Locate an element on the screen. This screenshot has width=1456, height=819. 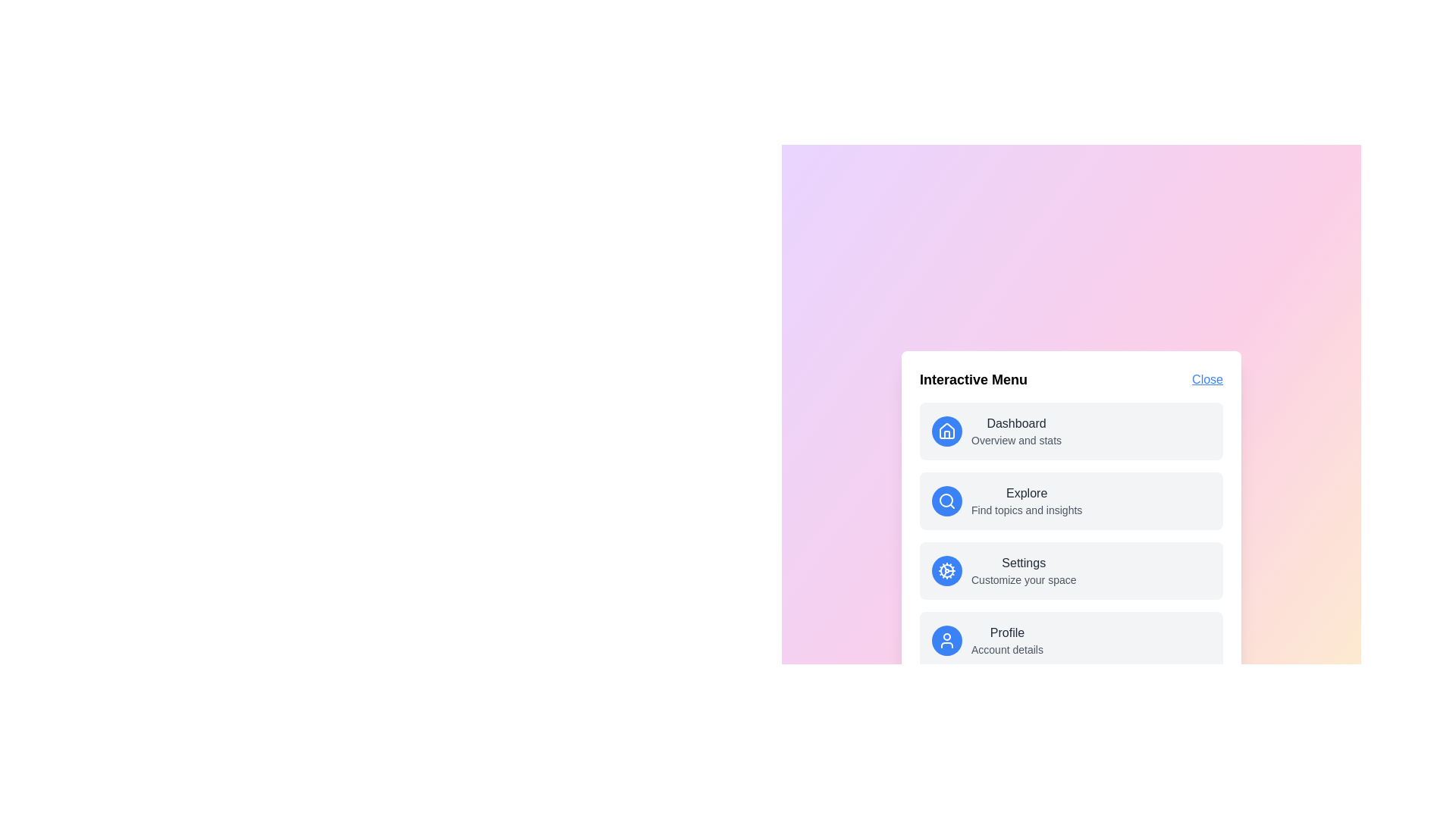
the menu item labeled 'Profile' to observe its hover effects is located at coordinates (1070, 640).